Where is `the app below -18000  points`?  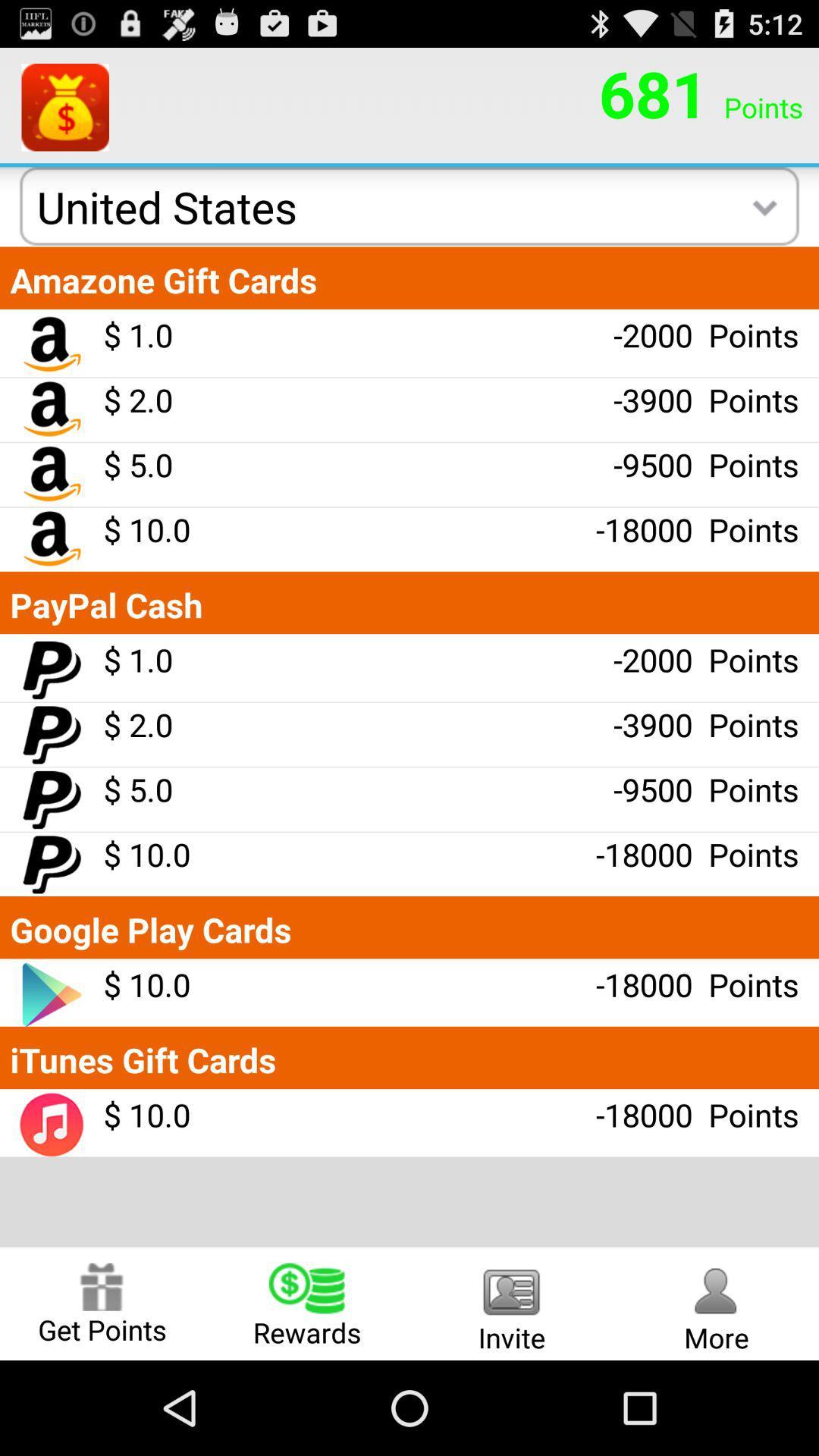
the app below -18000  points is located at coordinates (512, 1303).